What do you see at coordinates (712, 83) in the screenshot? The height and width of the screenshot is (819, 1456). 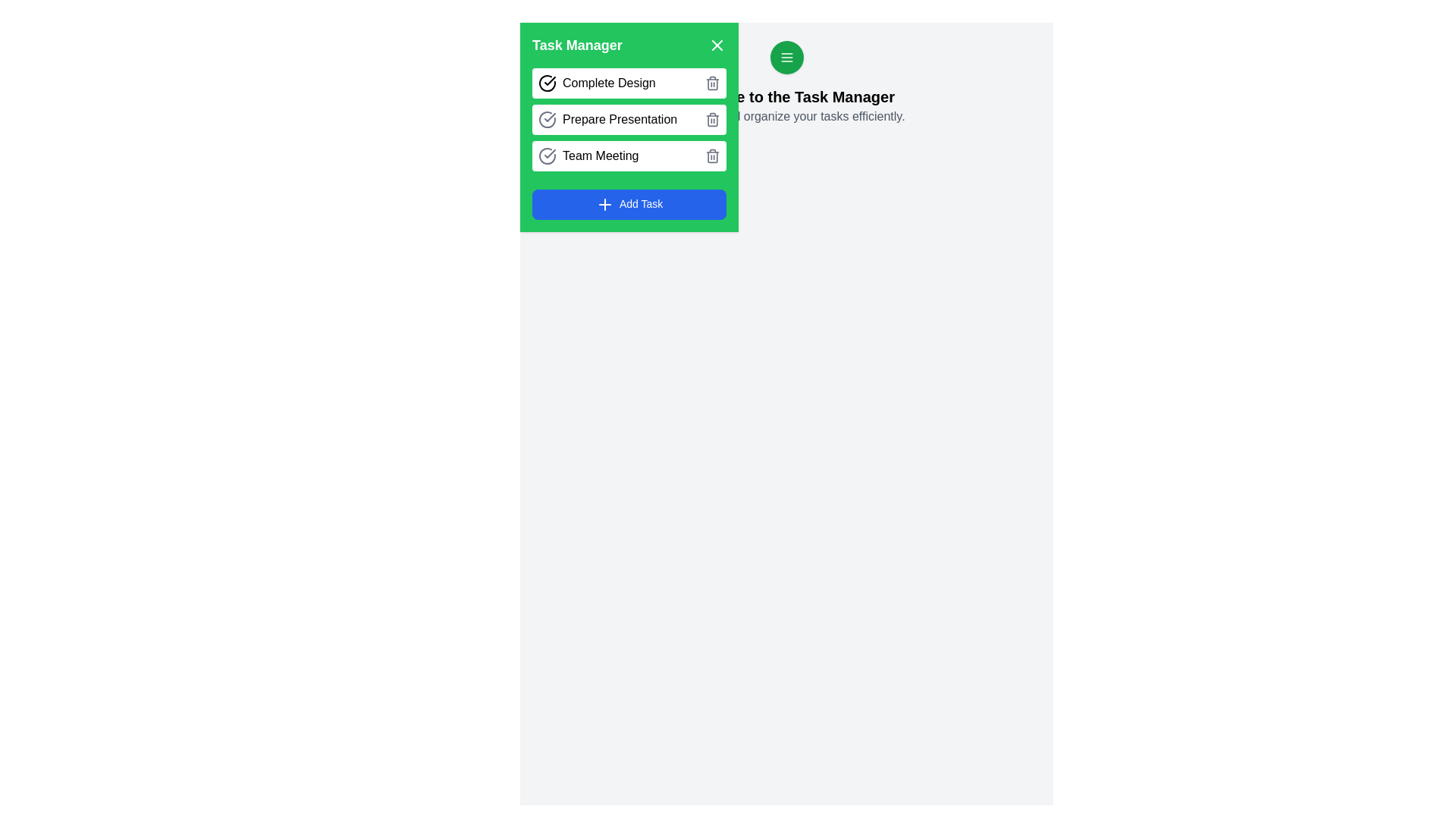 I see `the task with the name Complete Design by clicking its delete button` at bounding box center [712, 83].